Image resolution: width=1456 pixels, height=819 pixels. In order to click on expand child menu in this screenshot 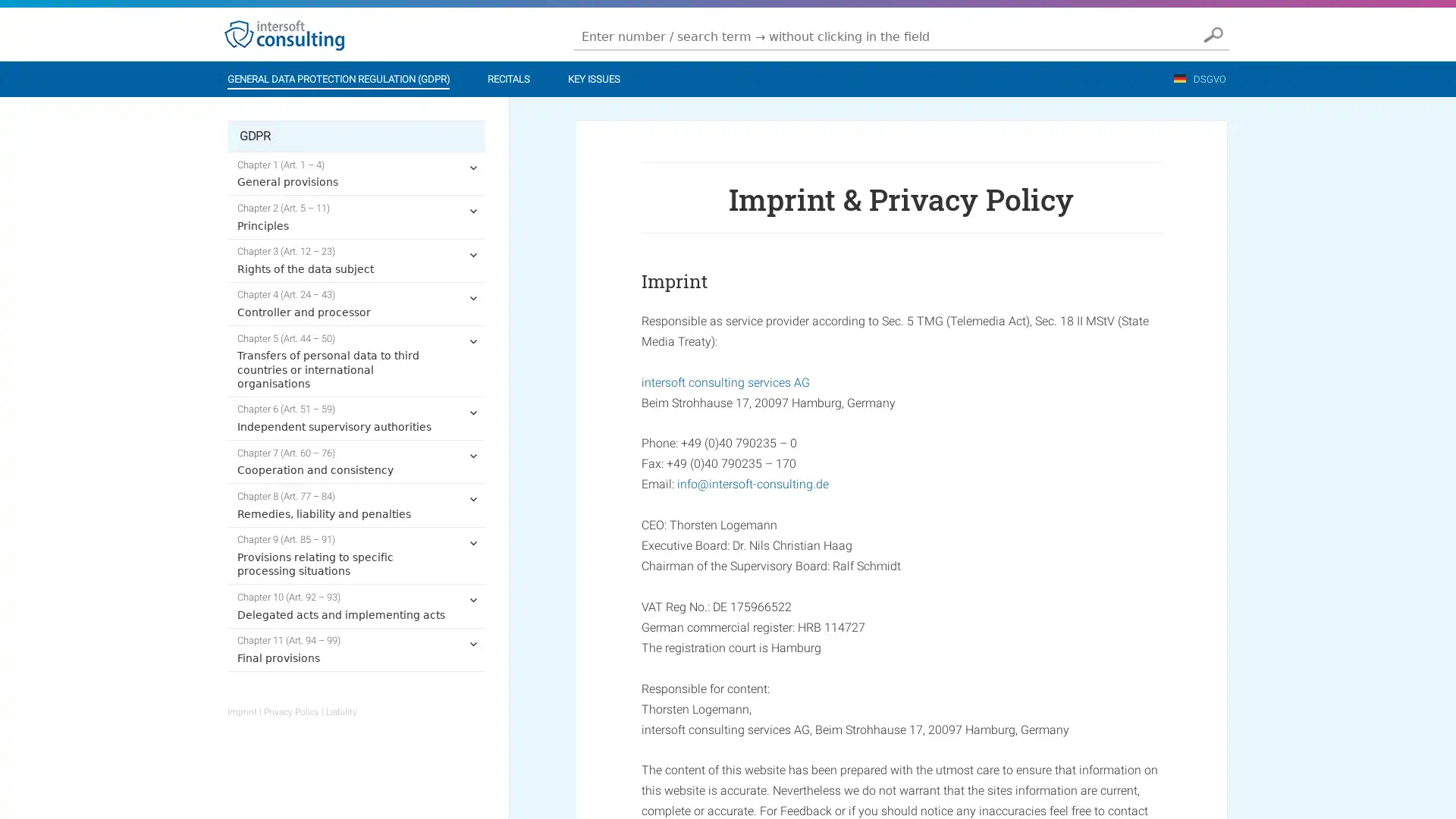, I will do `click(472, 210)`.